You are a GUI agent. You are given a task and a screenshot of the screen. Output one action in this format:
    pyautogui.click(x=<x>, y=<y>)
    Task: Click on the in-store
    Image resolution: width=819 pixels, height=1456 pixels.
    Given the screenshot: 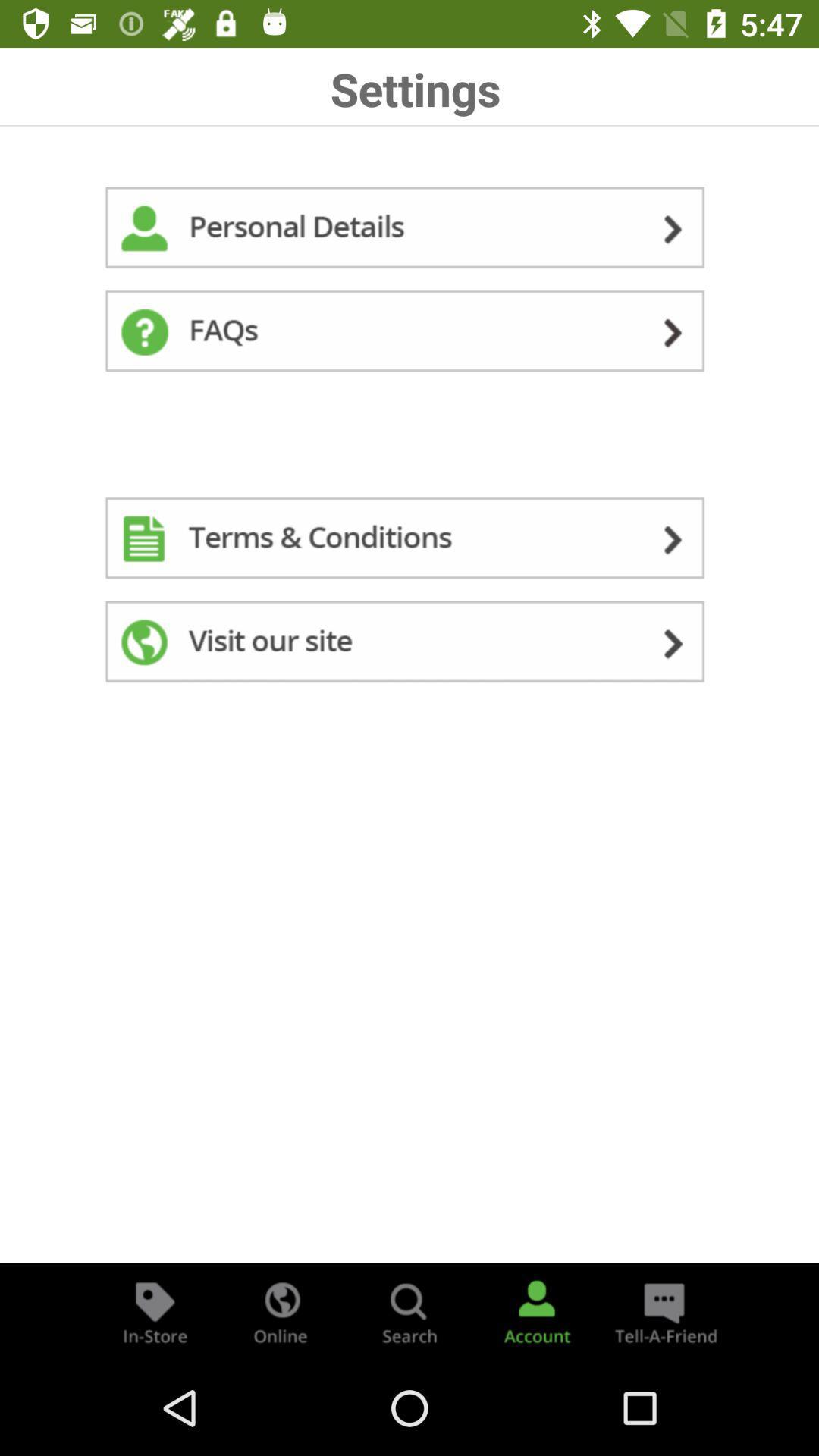 What is the action you would take?
    pyautogui.click(x=155, y=1310)
    